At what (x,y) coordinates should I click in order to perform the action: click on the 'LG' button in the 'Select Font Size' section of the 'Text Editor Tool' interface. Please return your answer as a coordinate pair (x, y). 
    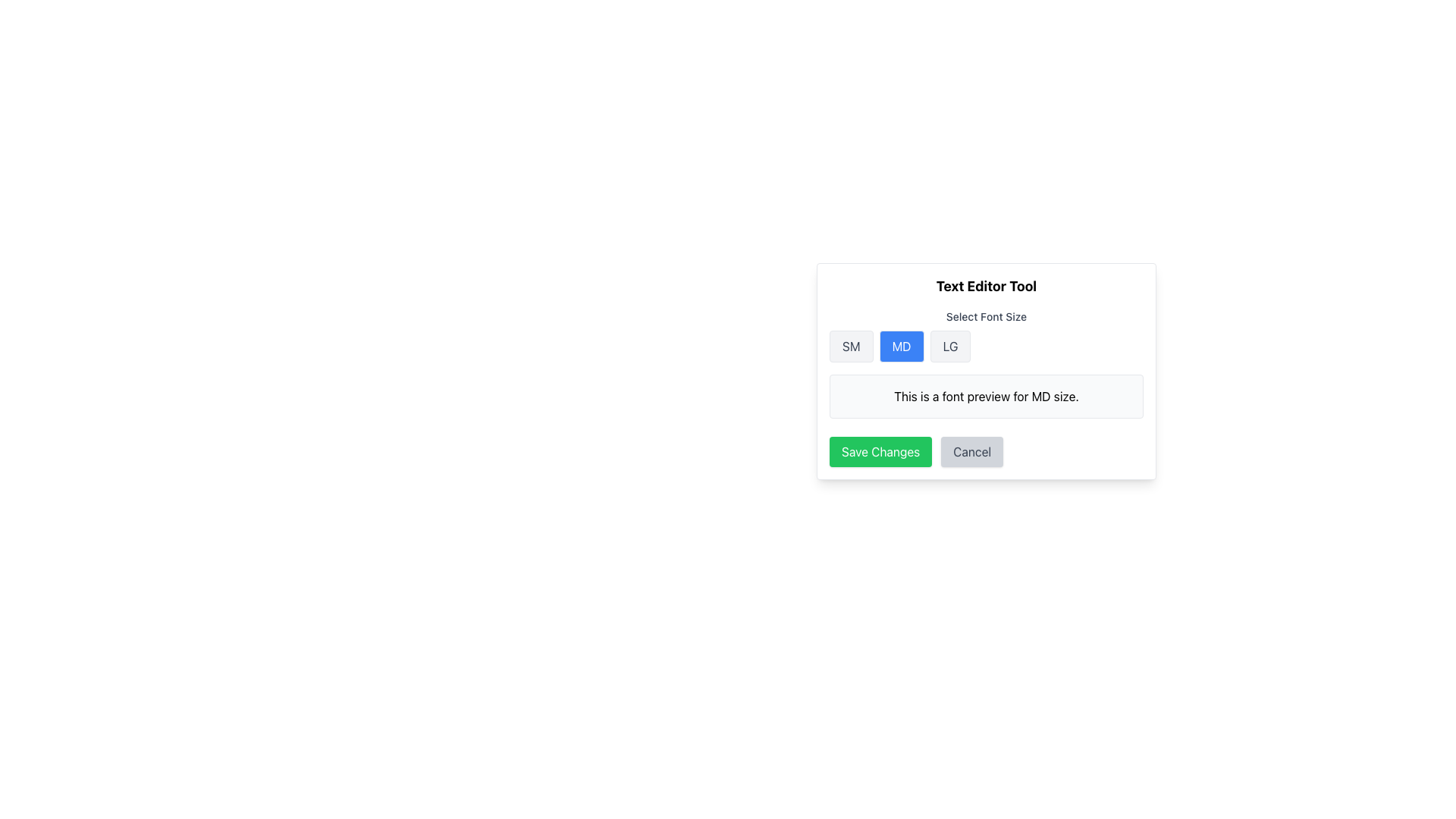
    Looking at the image, I should click on (949, 346).